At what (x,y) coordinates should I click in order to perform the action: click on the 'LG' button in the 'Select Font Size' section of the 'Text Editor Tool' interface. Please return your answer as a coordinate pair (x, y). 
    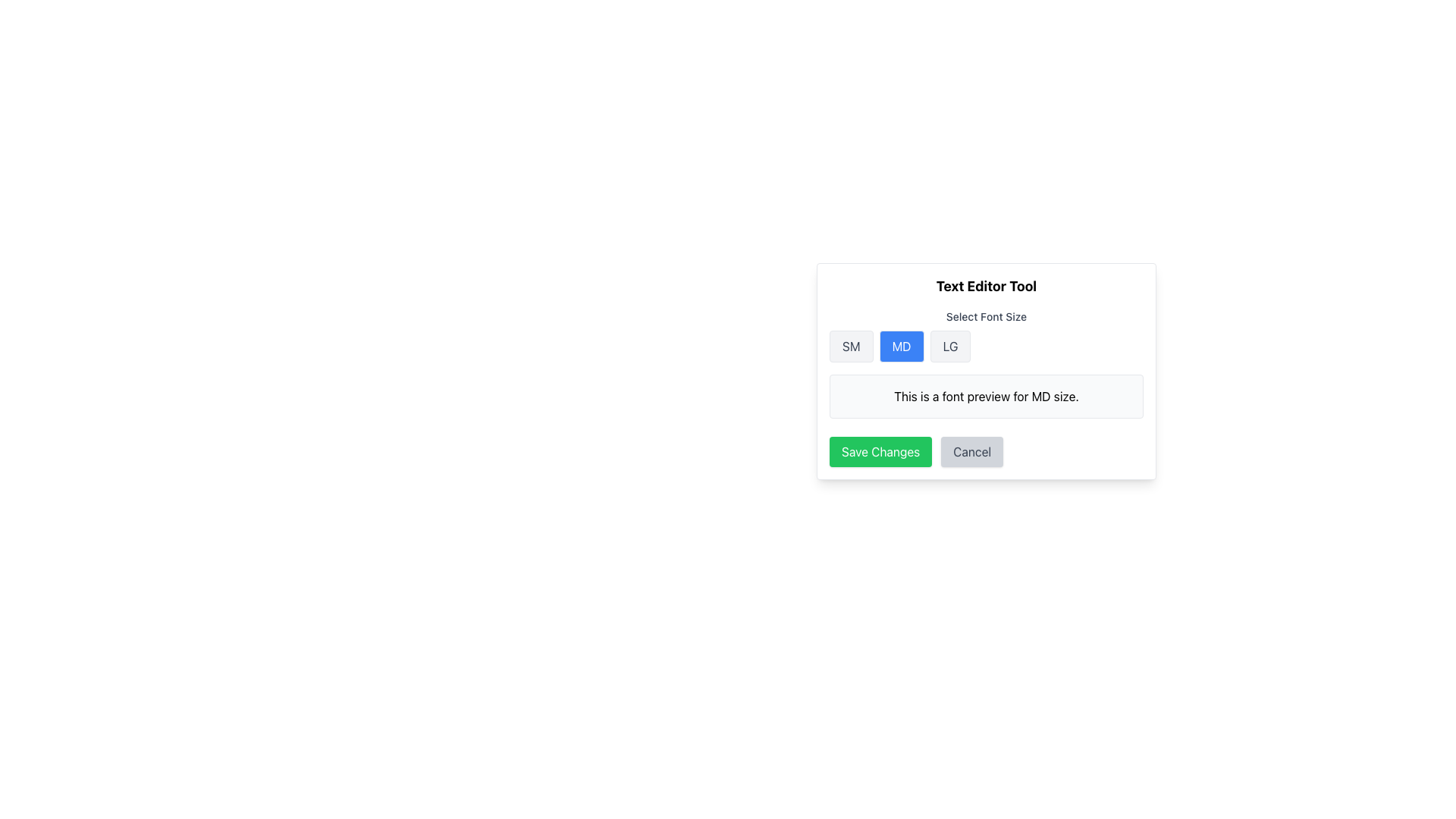
    Looking at the image, I should click on (949, 346).